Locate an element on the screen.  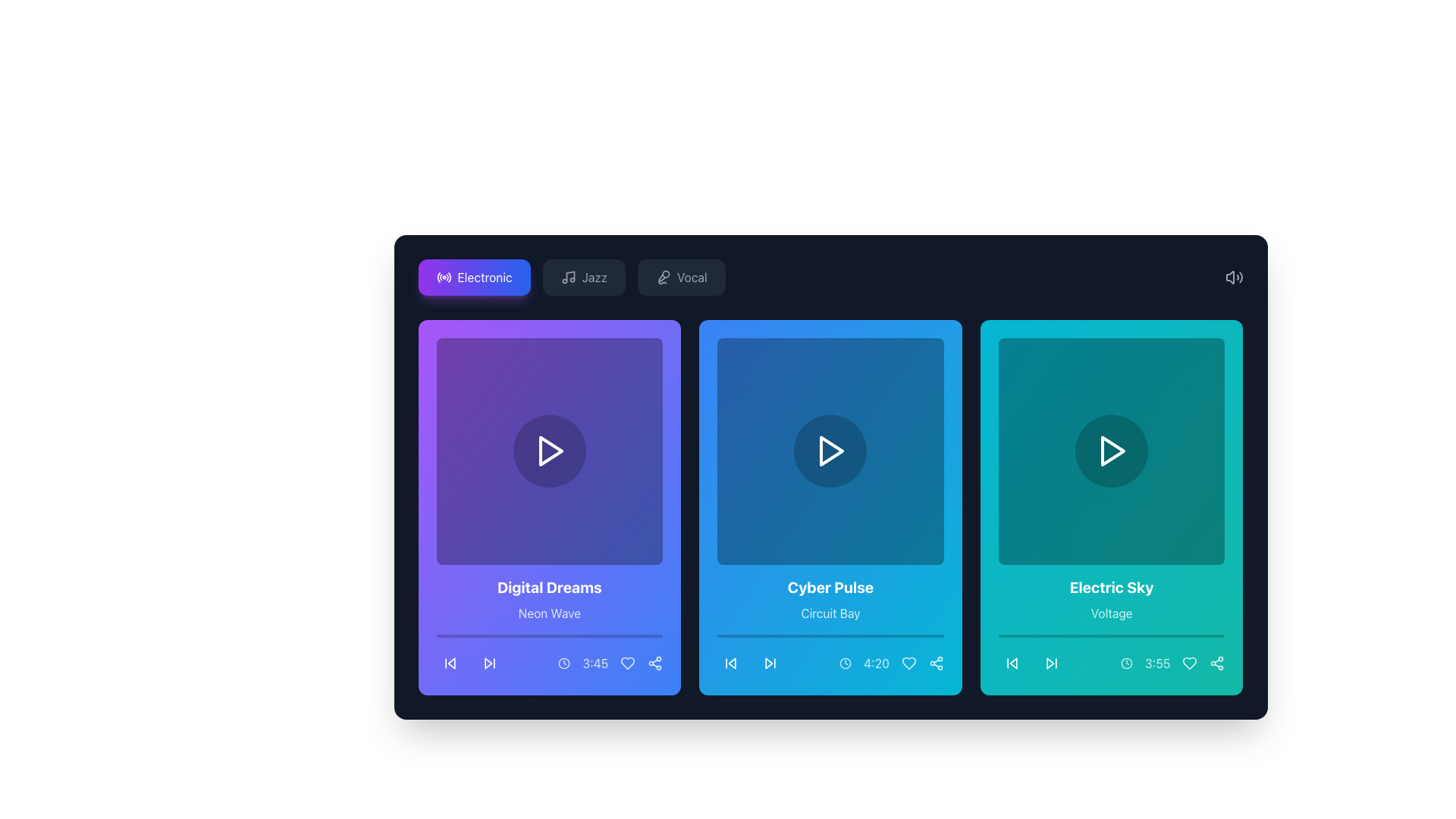
the circular clock icon with a minimalist design located within the 'Cyber Pulse' card, positioned to the immediate left of the text '4:20' is located at coordinates (845, 662).